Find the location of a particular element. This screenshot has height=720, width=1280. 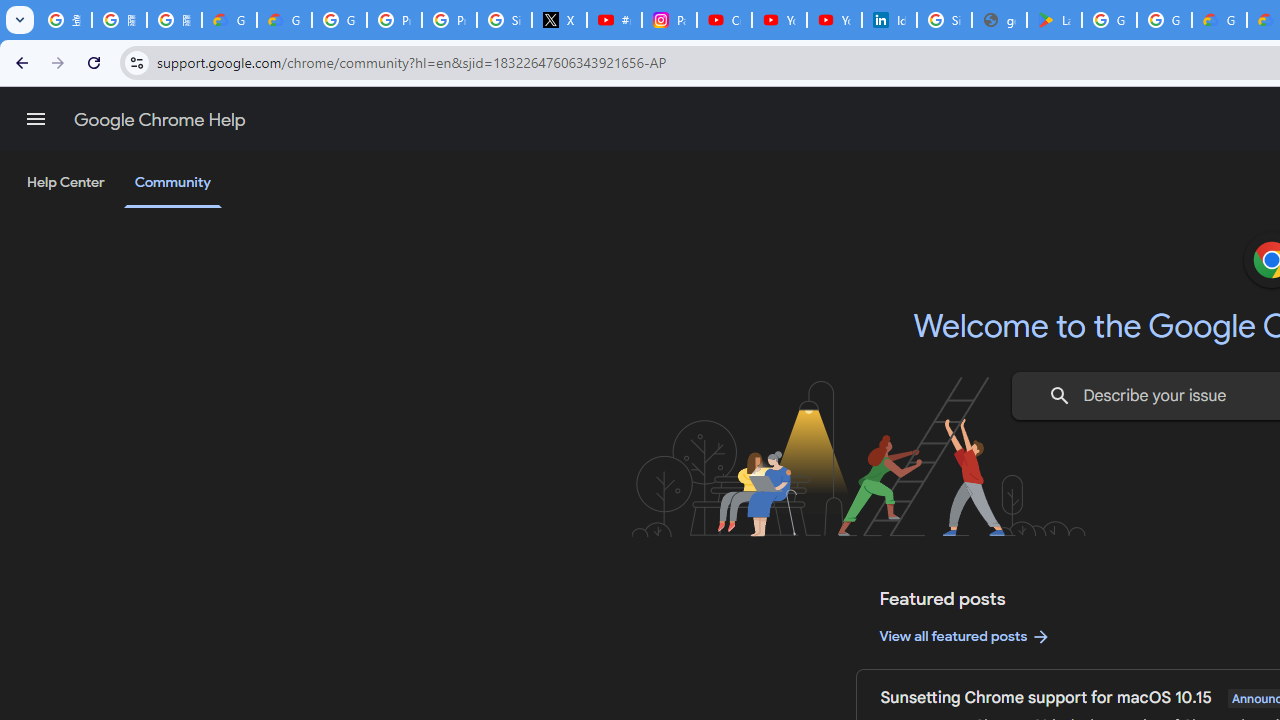

'#nbabasketballhighlights - YouTube' is located at coordinates (614, 20).